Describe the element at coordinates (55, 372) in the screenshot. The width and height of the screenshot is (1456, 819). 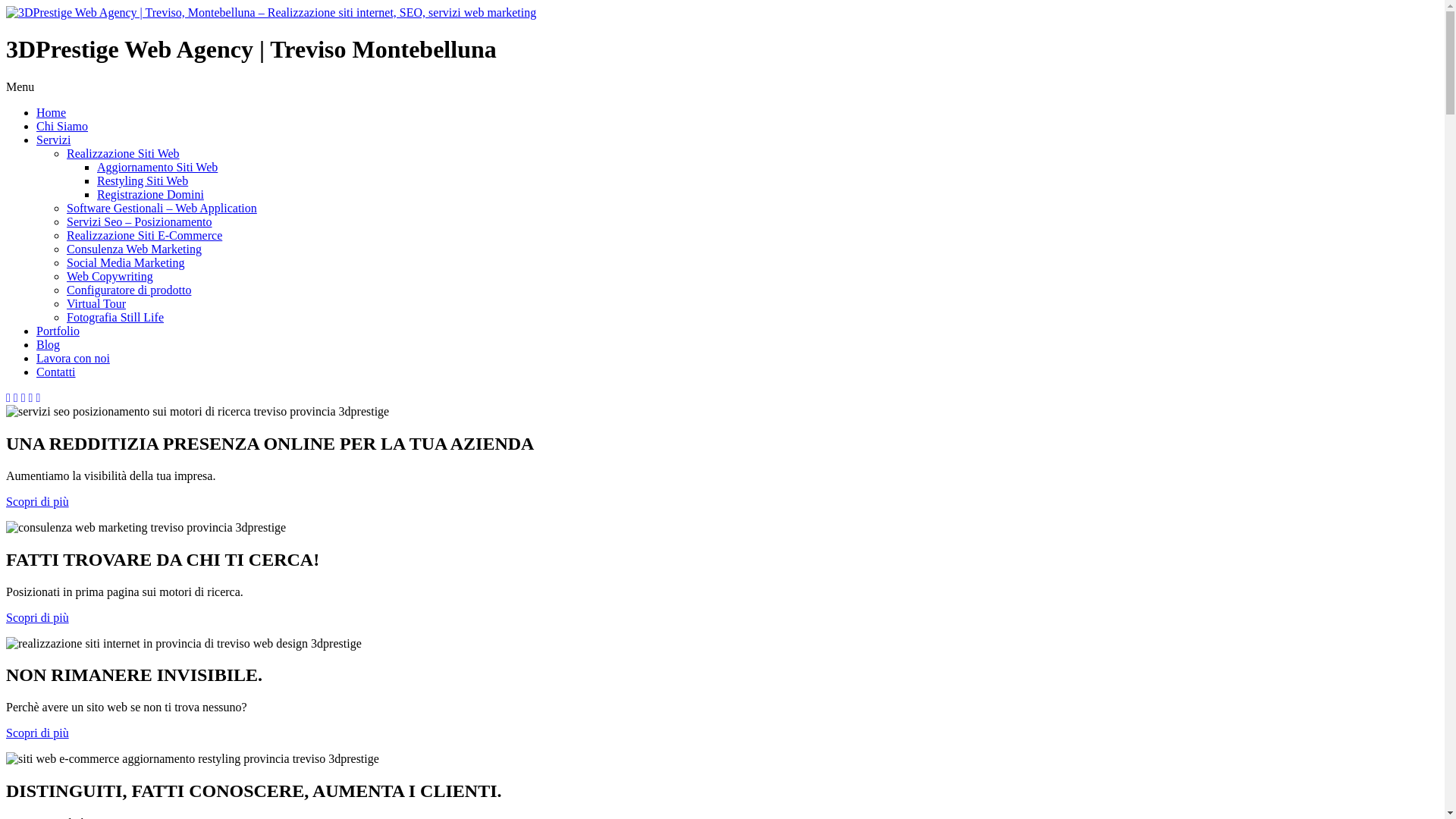
I see `'Contatti'` at that location.